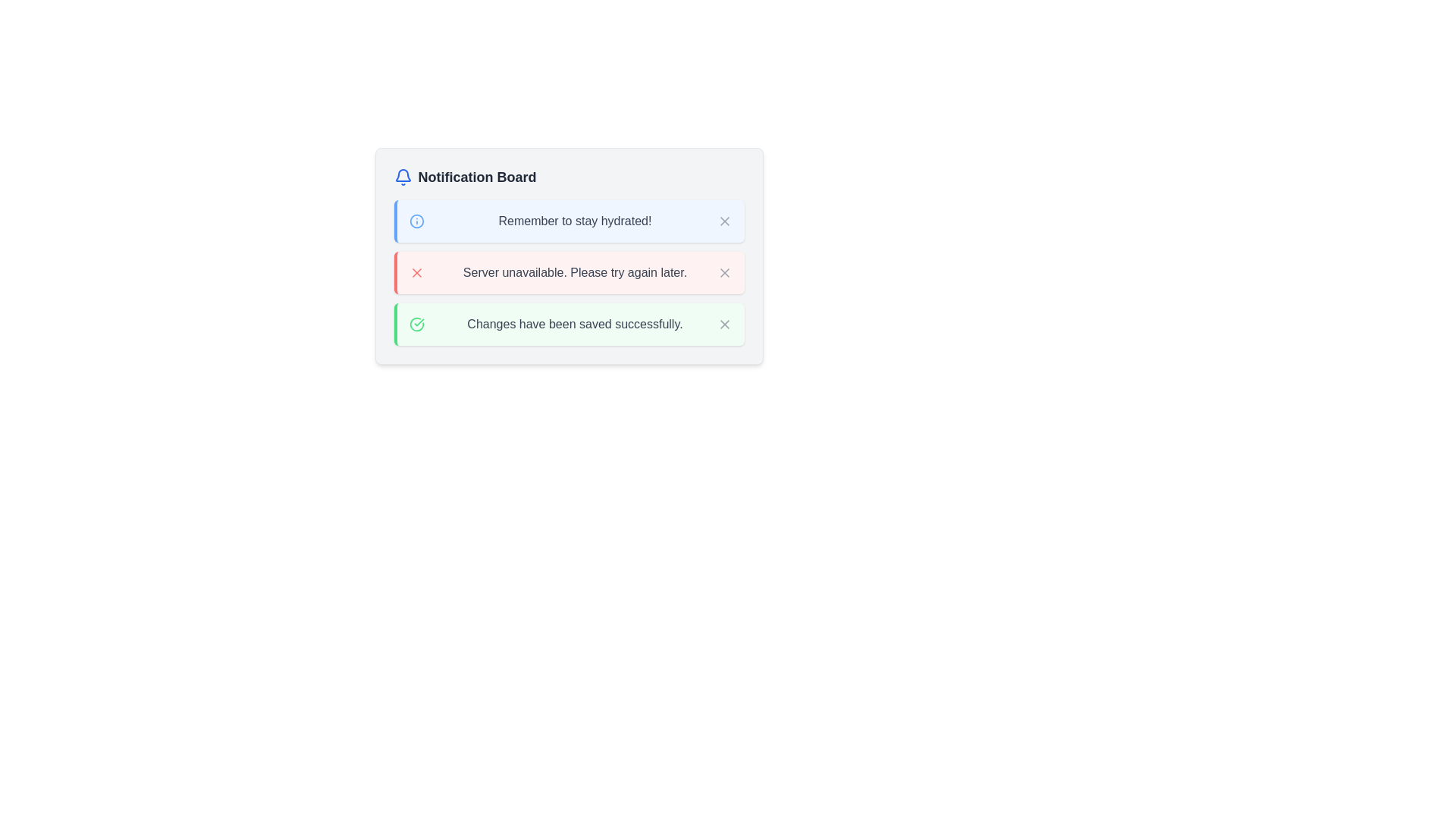  Describe the element at coordinates (416, 324) in the screenshot. I see `the success icon located at the left side of the greenish notification box that indicates successful changes, associated with the text 'Changes have been saved successfully.'` at that location.